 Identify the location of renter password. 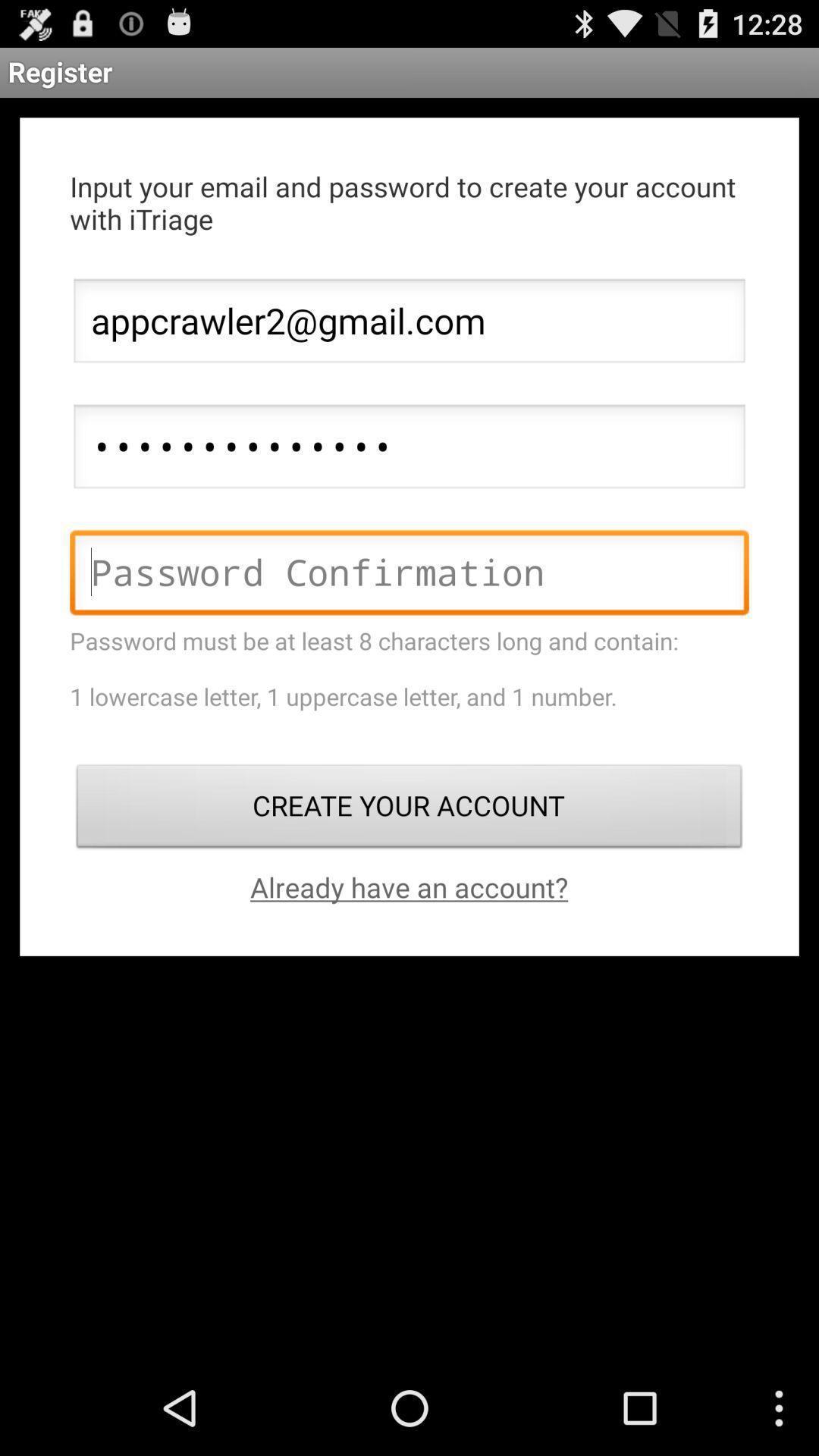
(409, 576).